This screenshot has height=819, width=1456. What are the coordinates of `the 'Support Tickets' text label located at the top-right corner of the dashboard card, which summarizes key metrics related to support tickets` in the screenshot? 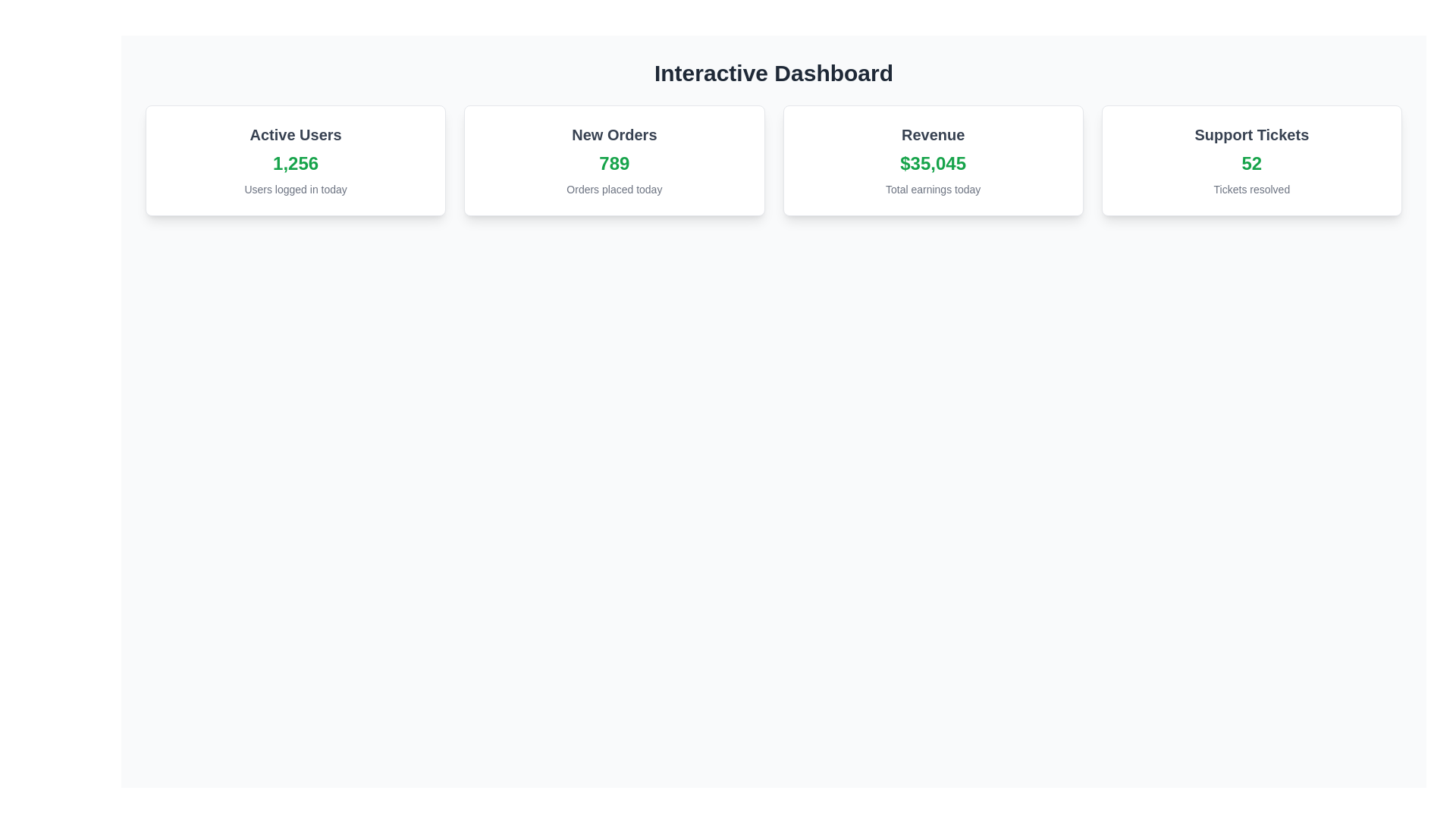 It's located at (1251, 133).